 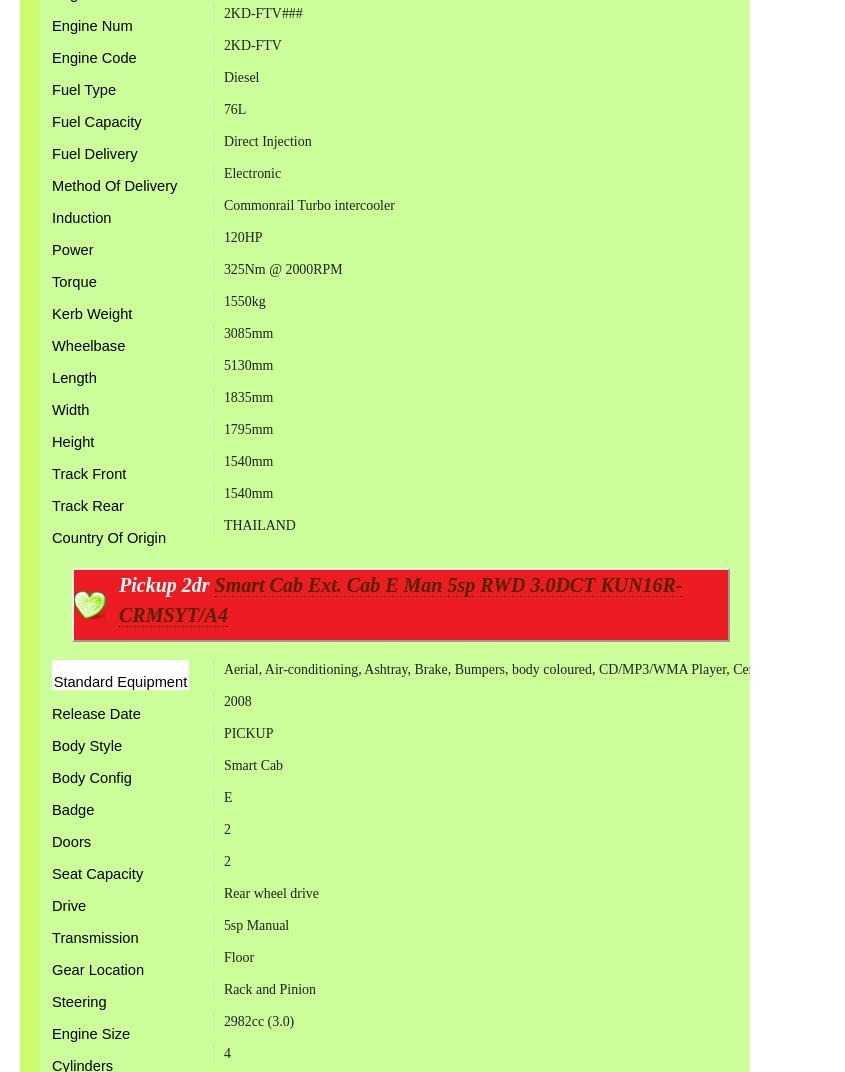 What do you see at coordinates (87, 505) in the screenshot?
I see `'Track Rear'` at bounding box center [87, 505].